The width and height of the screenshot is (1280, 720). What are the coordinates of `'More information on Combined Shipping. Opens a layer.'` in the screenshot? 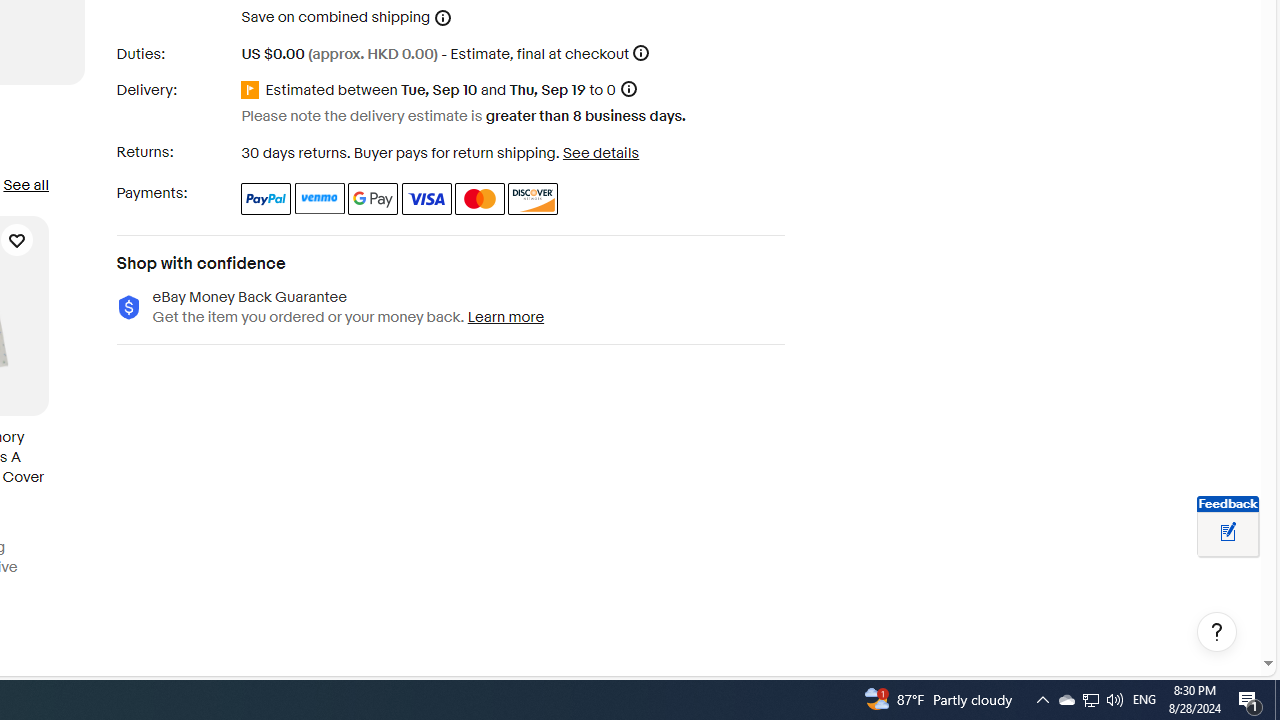 It's located at (442, 17).